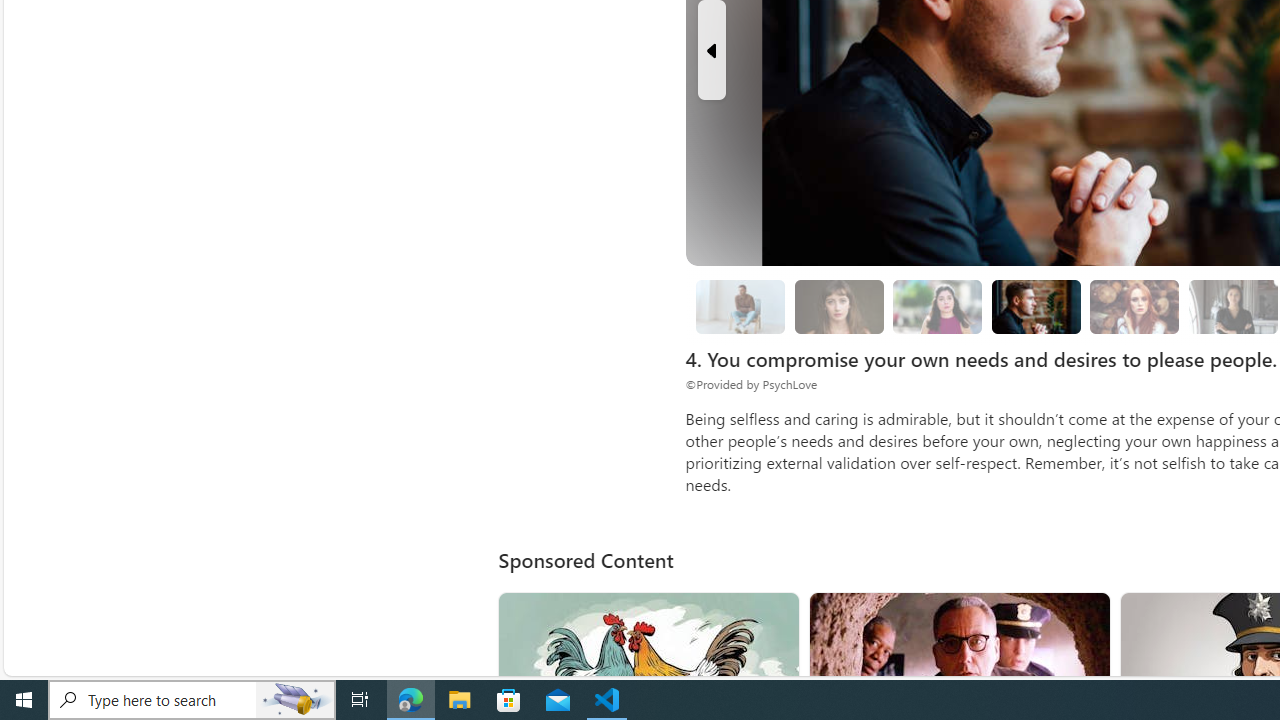  What do you see at coordinates (739, 307) in the screenshot?
I see `'3. Put some thought into it.'` at bounding box center [739, 307].